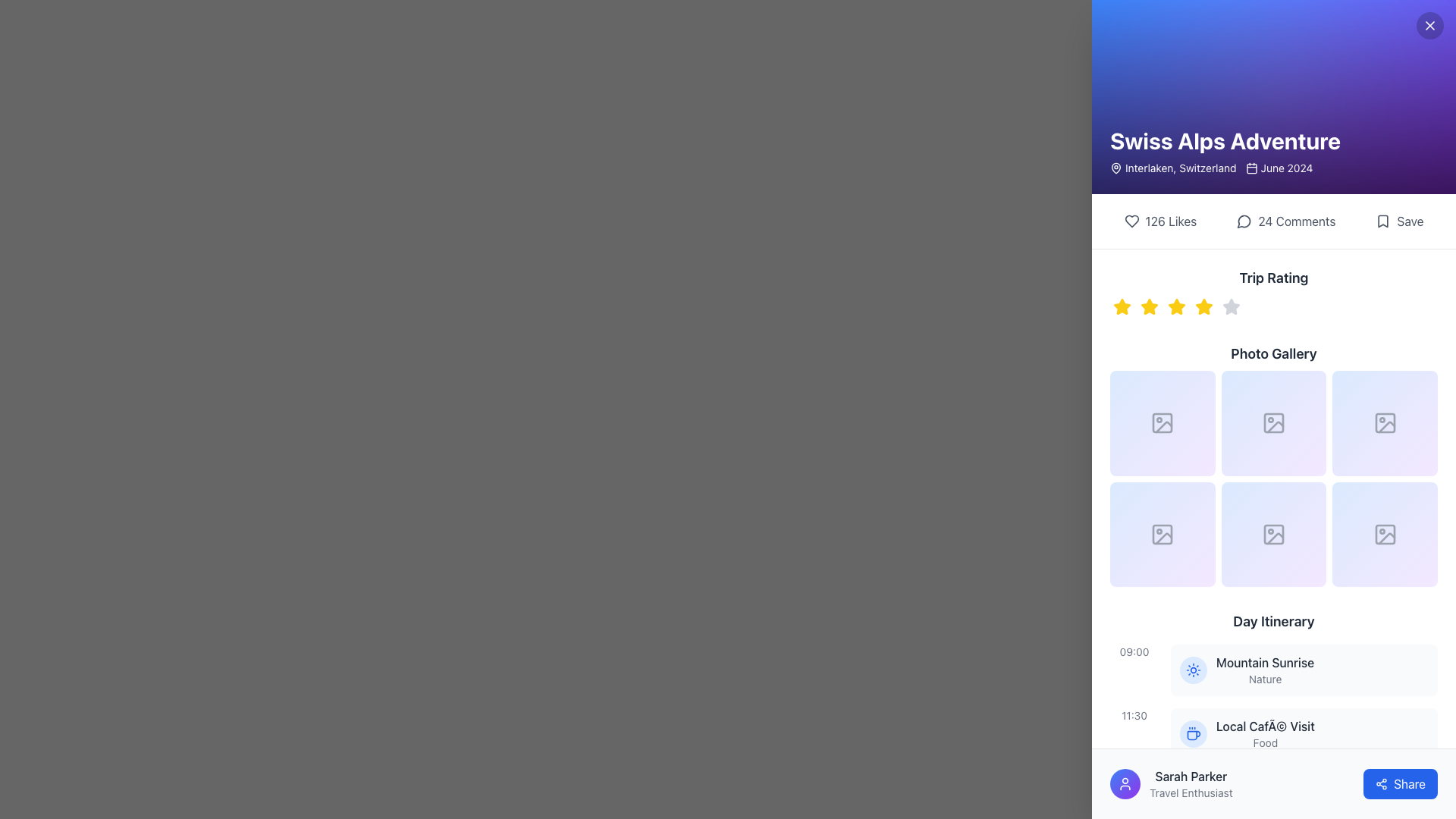 This screenshot has width=1456, height=819. I want to click on displayed date text associated with the event titled 'Swiss Alps Adventure', located beneath its header in the upper right area of the interface, so click(1279, 168).